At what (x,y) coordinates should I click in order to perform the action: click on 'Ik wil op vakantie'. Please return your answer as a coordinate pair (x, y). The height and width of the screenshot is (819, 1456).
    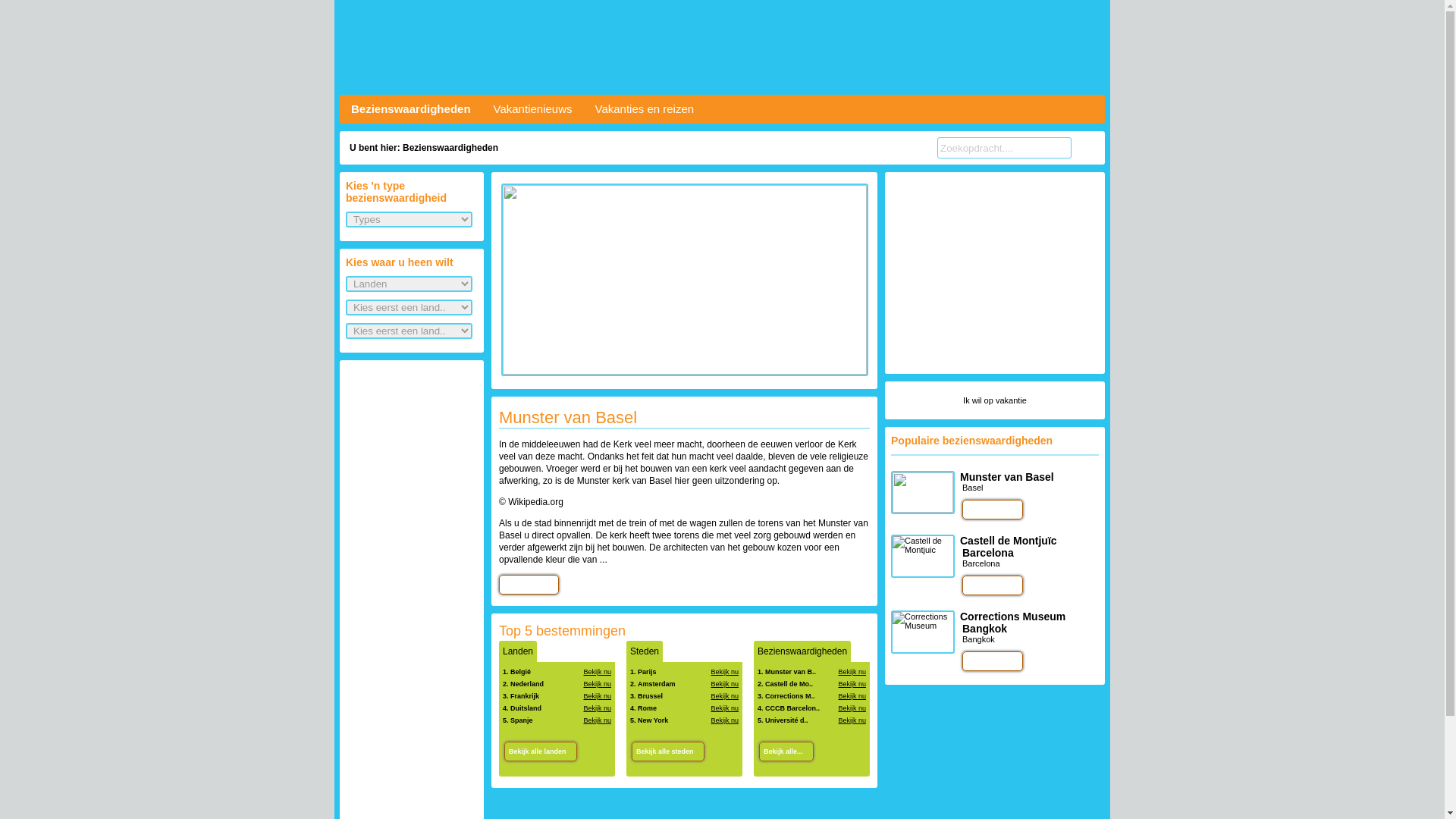
    Looking at the image, I should click on (994, 400).